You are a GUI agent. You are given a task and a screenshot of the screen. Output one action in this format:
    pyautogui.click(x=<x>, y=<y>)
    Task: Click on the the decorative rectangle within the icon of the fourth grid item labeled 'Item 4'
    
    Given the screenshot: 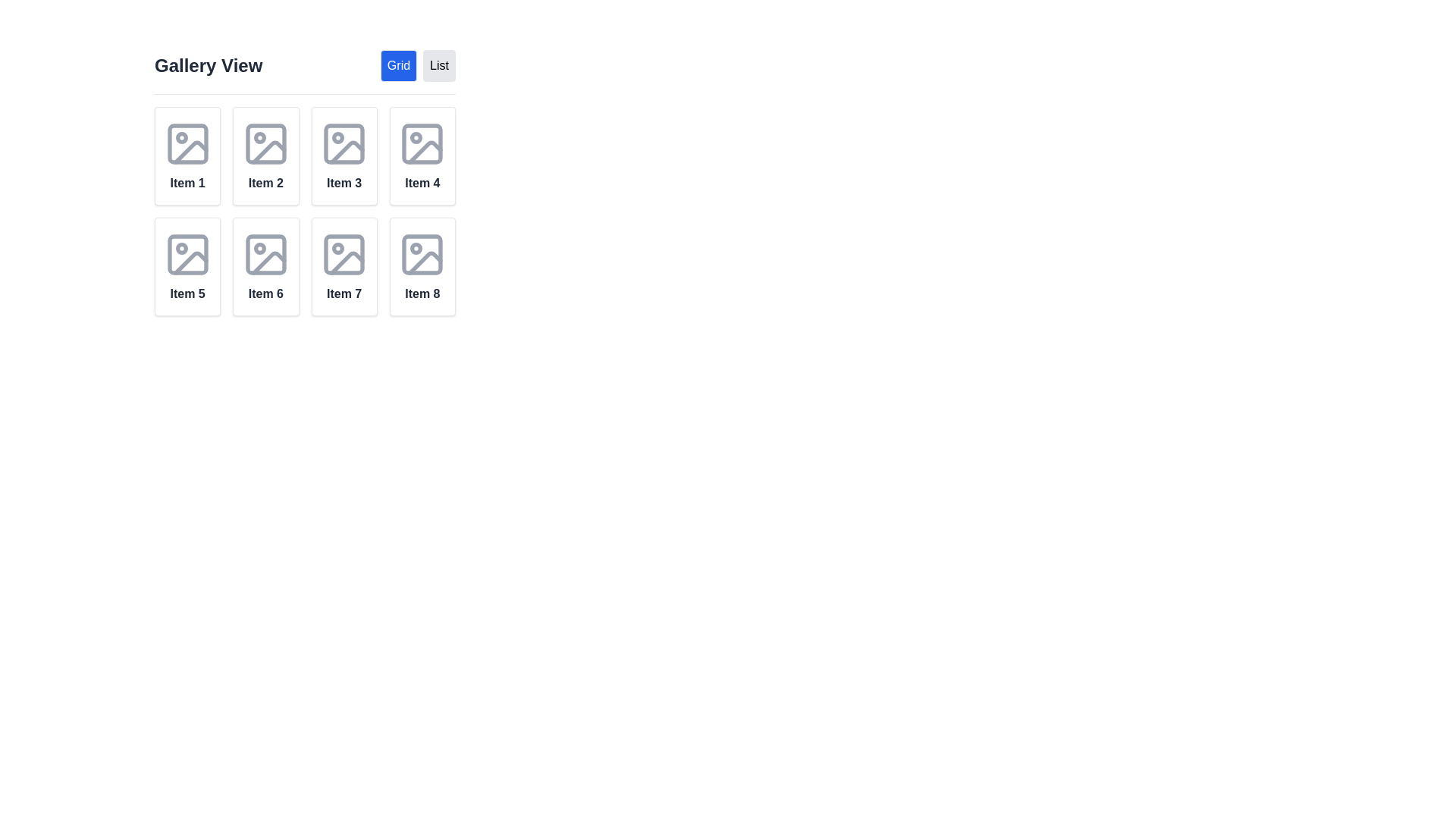 What is the action you would take?
    pyautogui.click(x=422, y=143)
    